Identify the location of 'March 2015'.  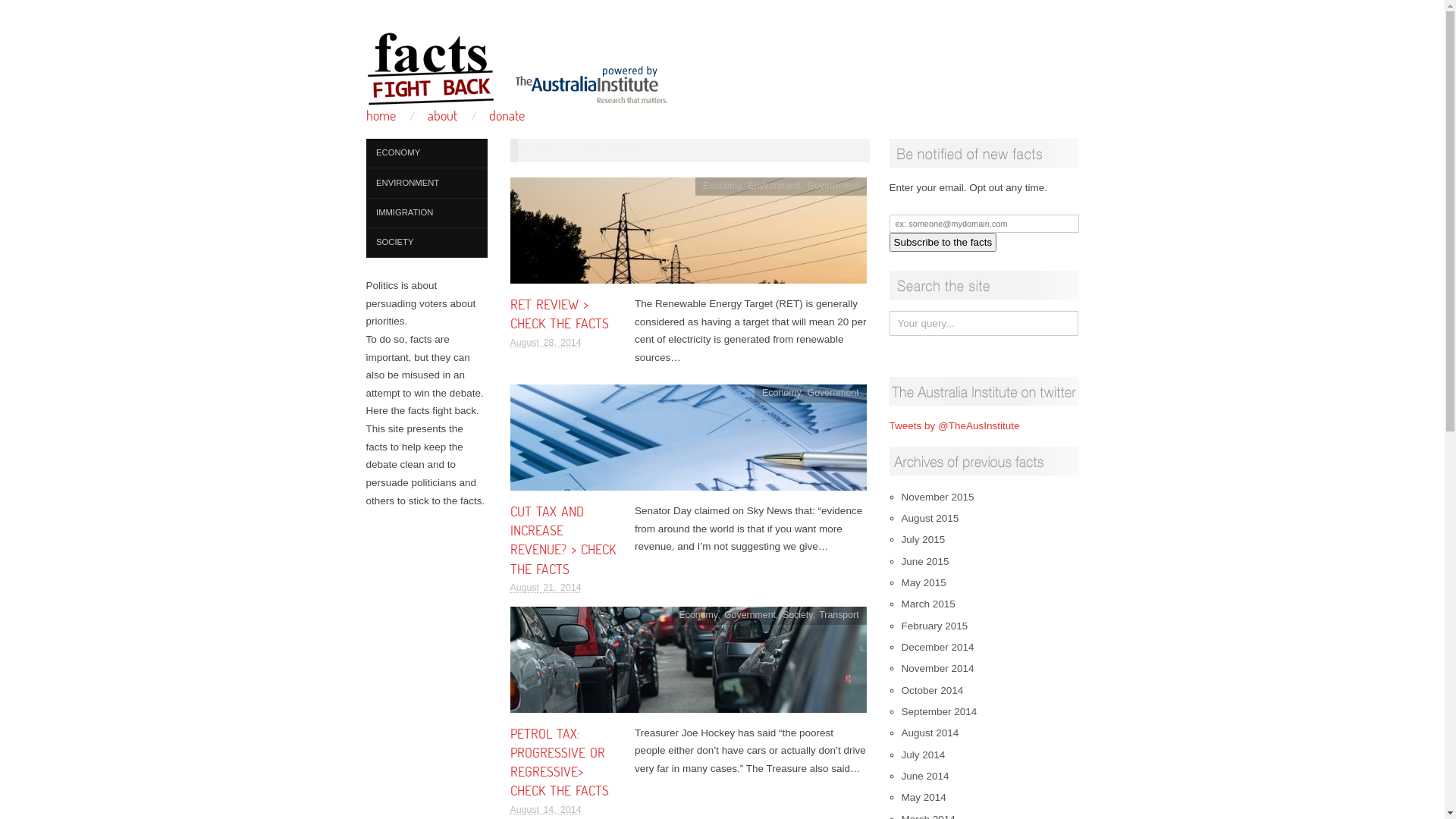
(927, 603).